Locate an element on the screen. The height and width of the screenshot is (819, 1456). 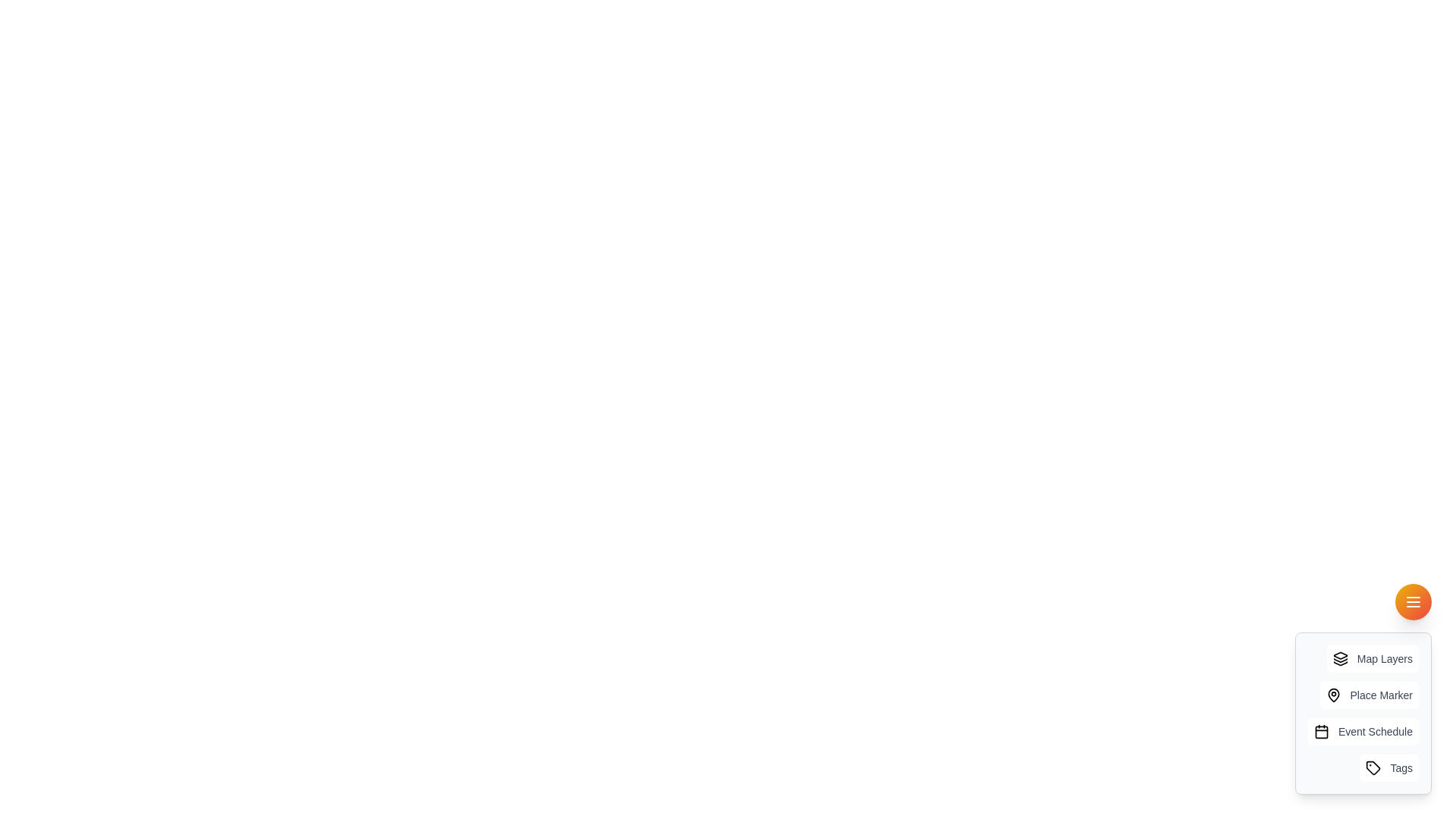
the 'Map Layers' item is located at coordinates (1372, 657).